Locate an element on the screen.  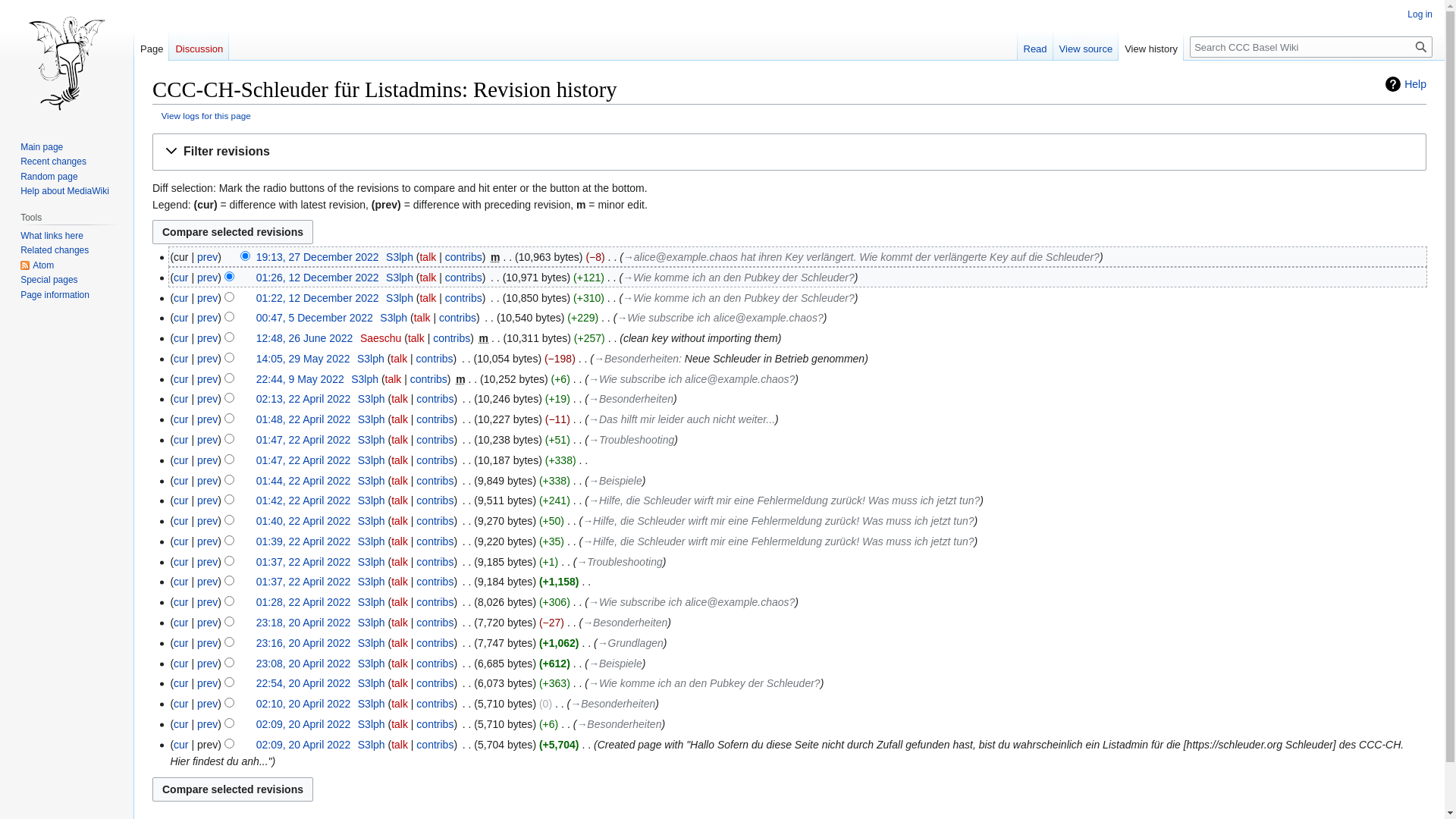
'Recent changes' is located at coordinates (20, 161).